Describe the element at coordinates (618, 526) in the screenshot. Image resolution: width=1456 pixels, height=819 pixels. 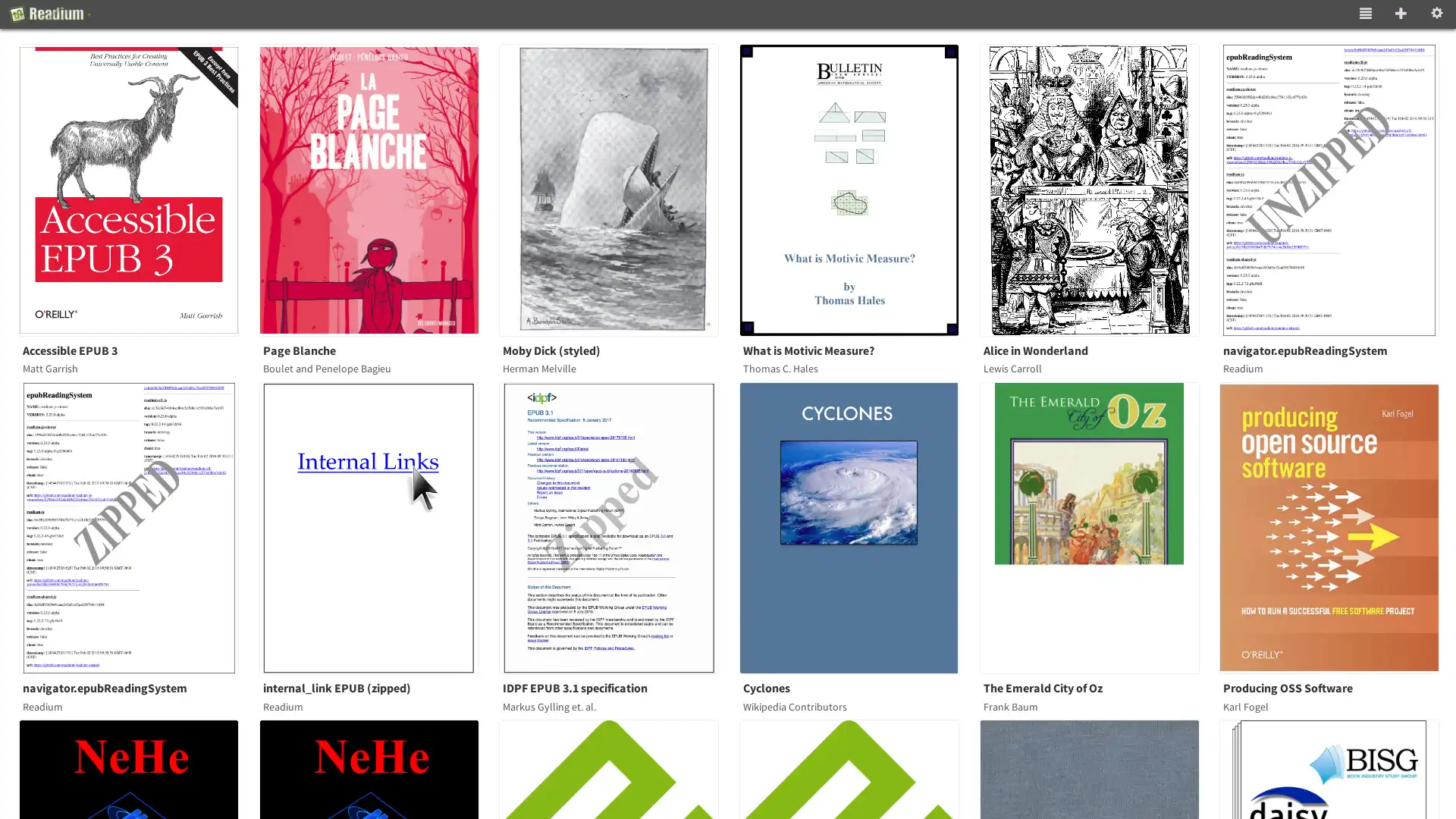
I see `(9) IDPF EPUB 3.1 specification` at that location.